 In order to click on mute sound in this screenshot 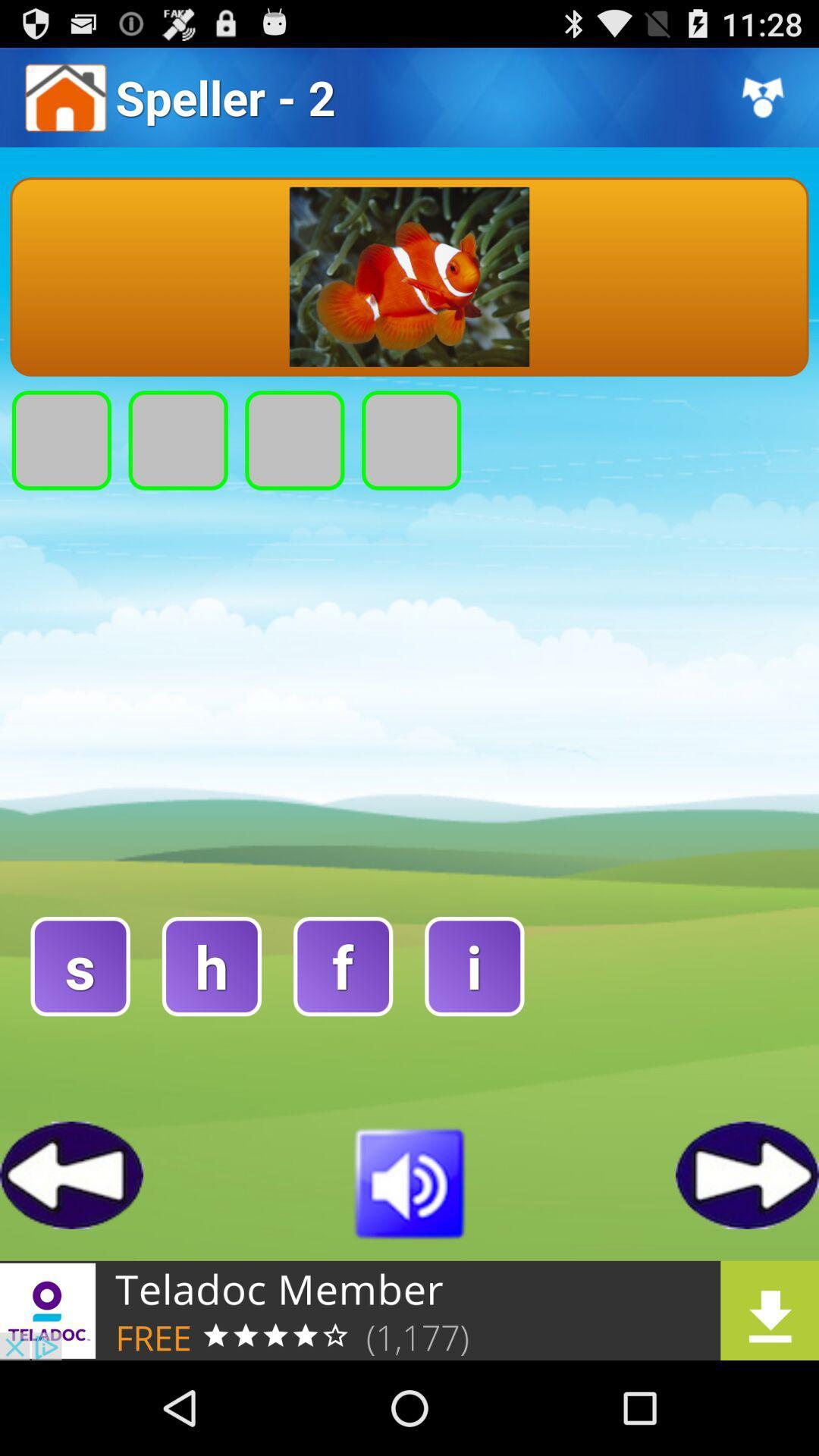, I will do `click(409, 1180)`.